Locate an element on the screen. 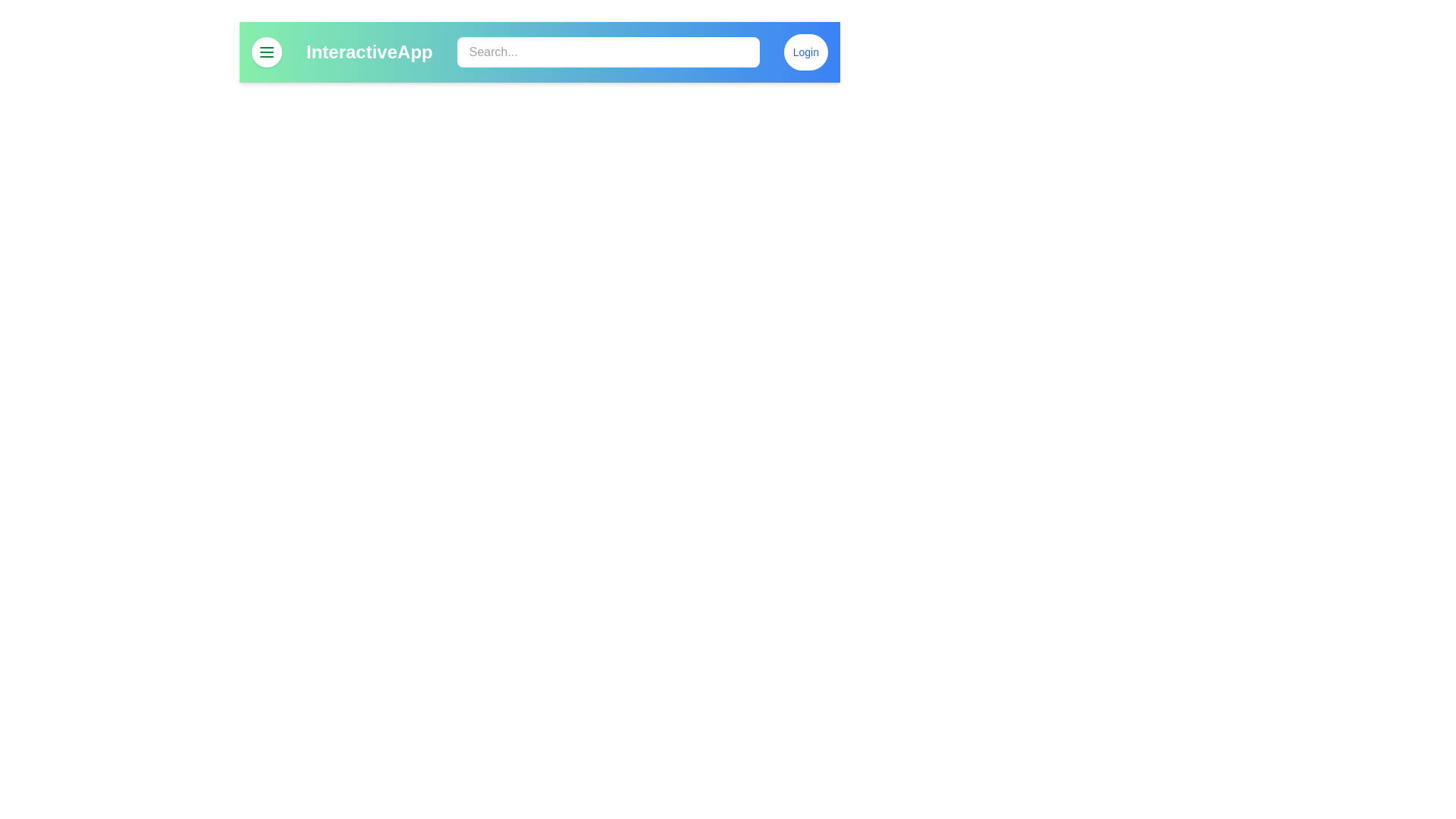 The image size is (1456, 819). menu button to toggle the menu visibility is located at coordinates (266, 52).